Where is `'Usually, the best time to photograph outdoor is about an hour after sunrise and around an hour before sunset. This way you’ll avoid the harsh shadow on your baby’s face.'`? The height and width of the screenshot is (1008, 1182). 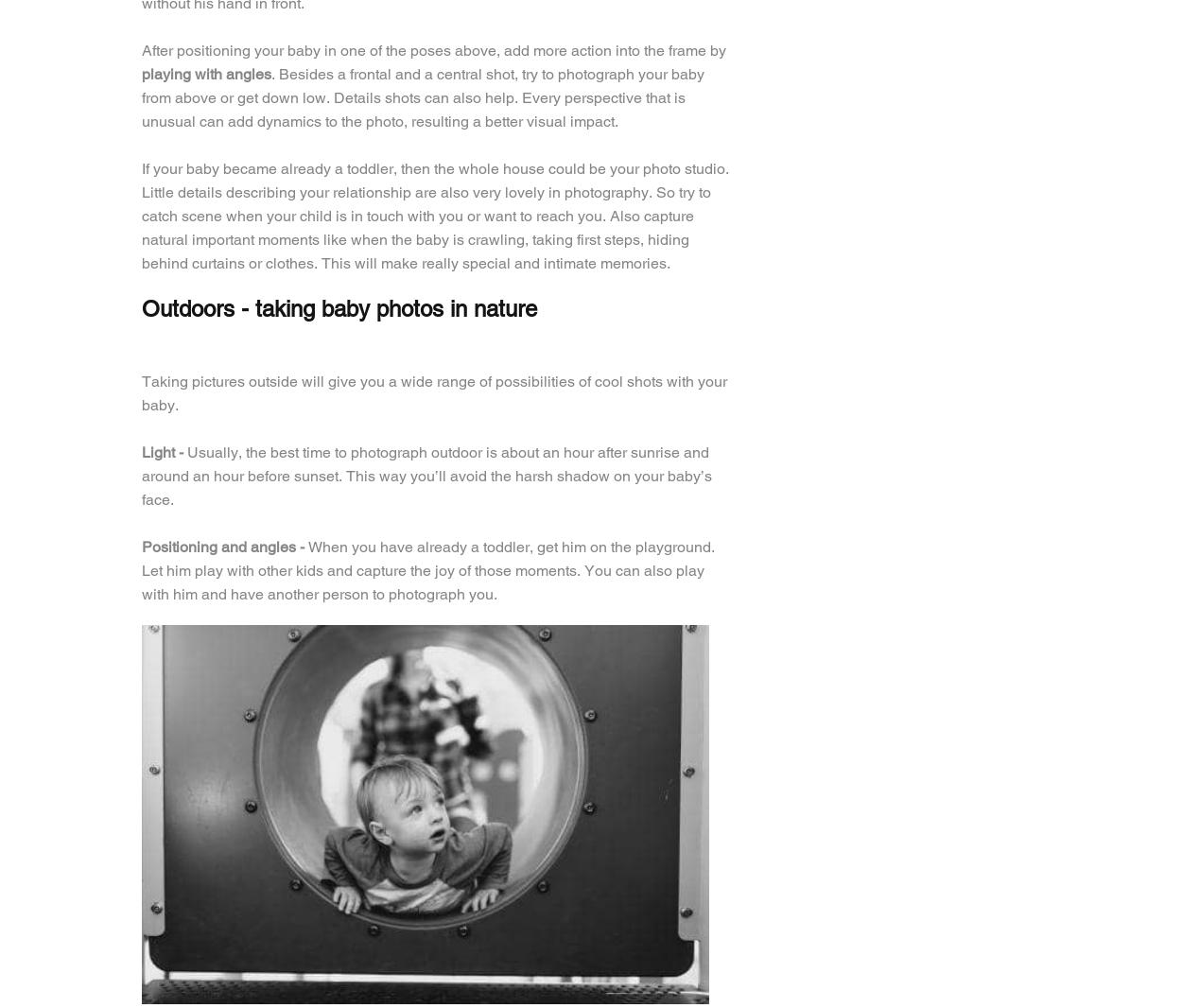 'Usually, the best time to photograph outdoor is about an hour after sunrise and around an hour before sunset. This way you’ll avoid the harsh shadow on your baby’s face.' is located at coordinates (142, 476).